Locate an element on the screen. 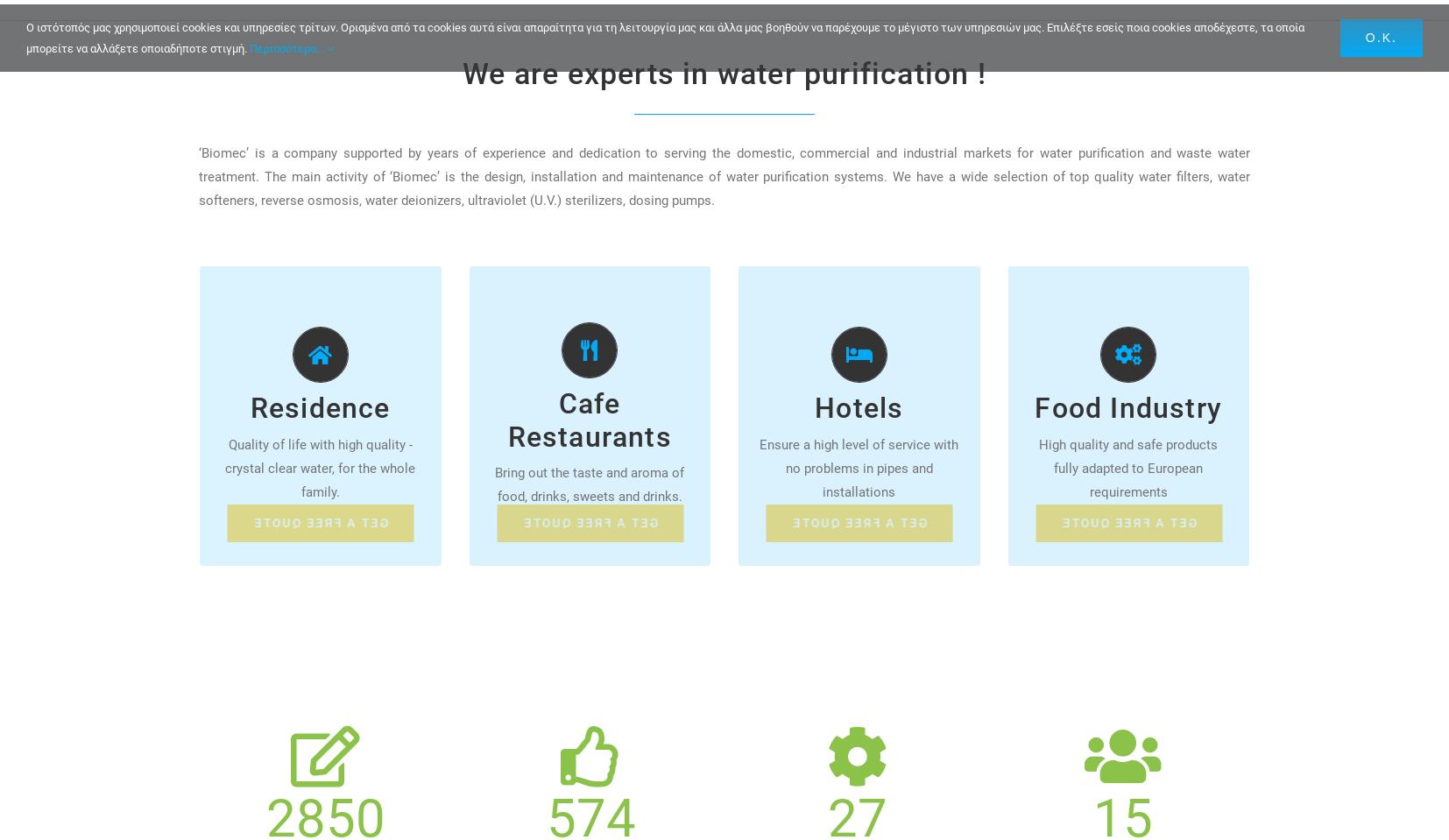  'ALL THE SOLUTIONS FOR RESIDENCES' is located at coordinates (319, 309).